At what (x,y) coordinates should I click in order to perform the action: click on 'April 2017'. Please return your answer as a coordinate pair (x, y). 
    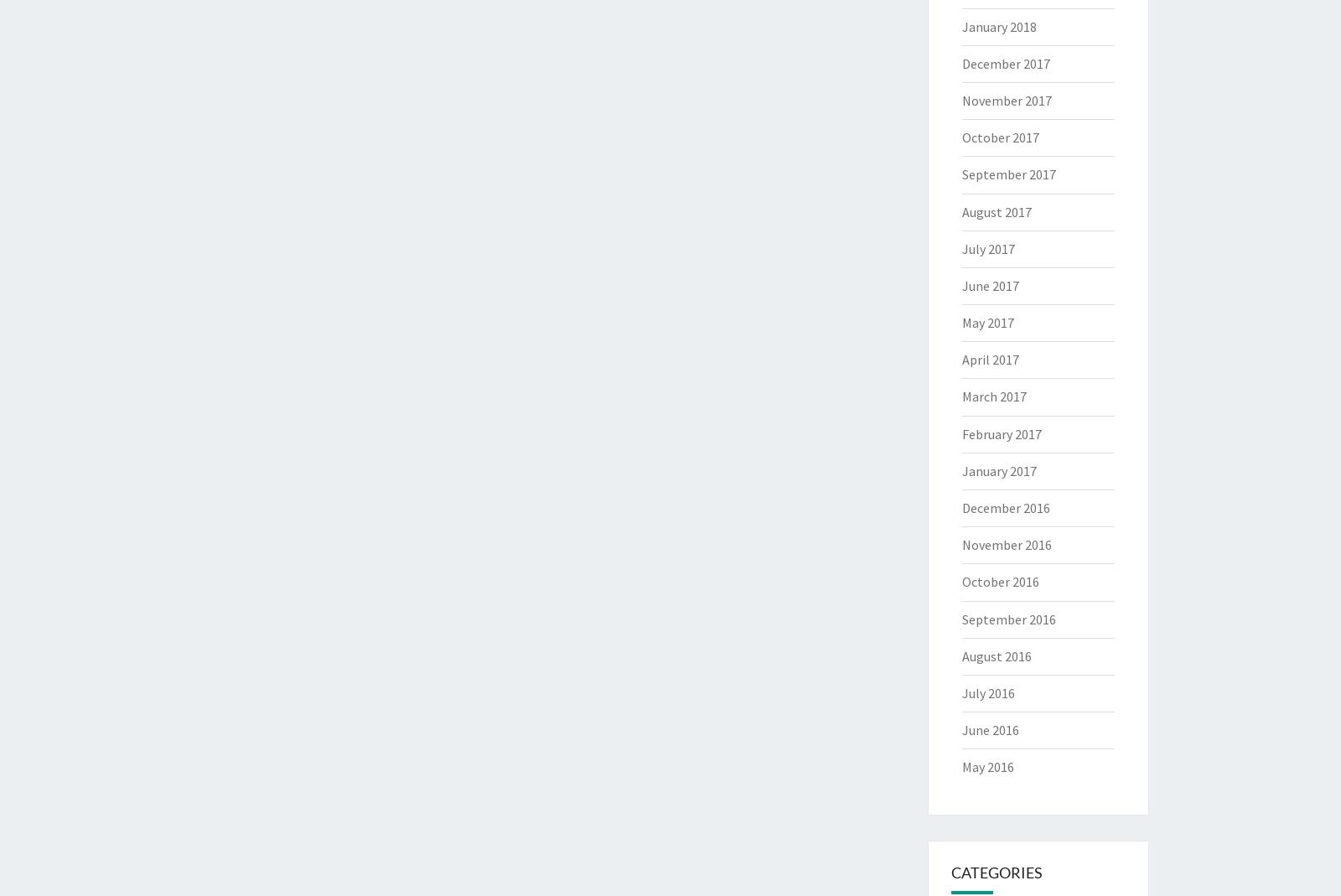
    Looking at the image, I should click on (961, 358).